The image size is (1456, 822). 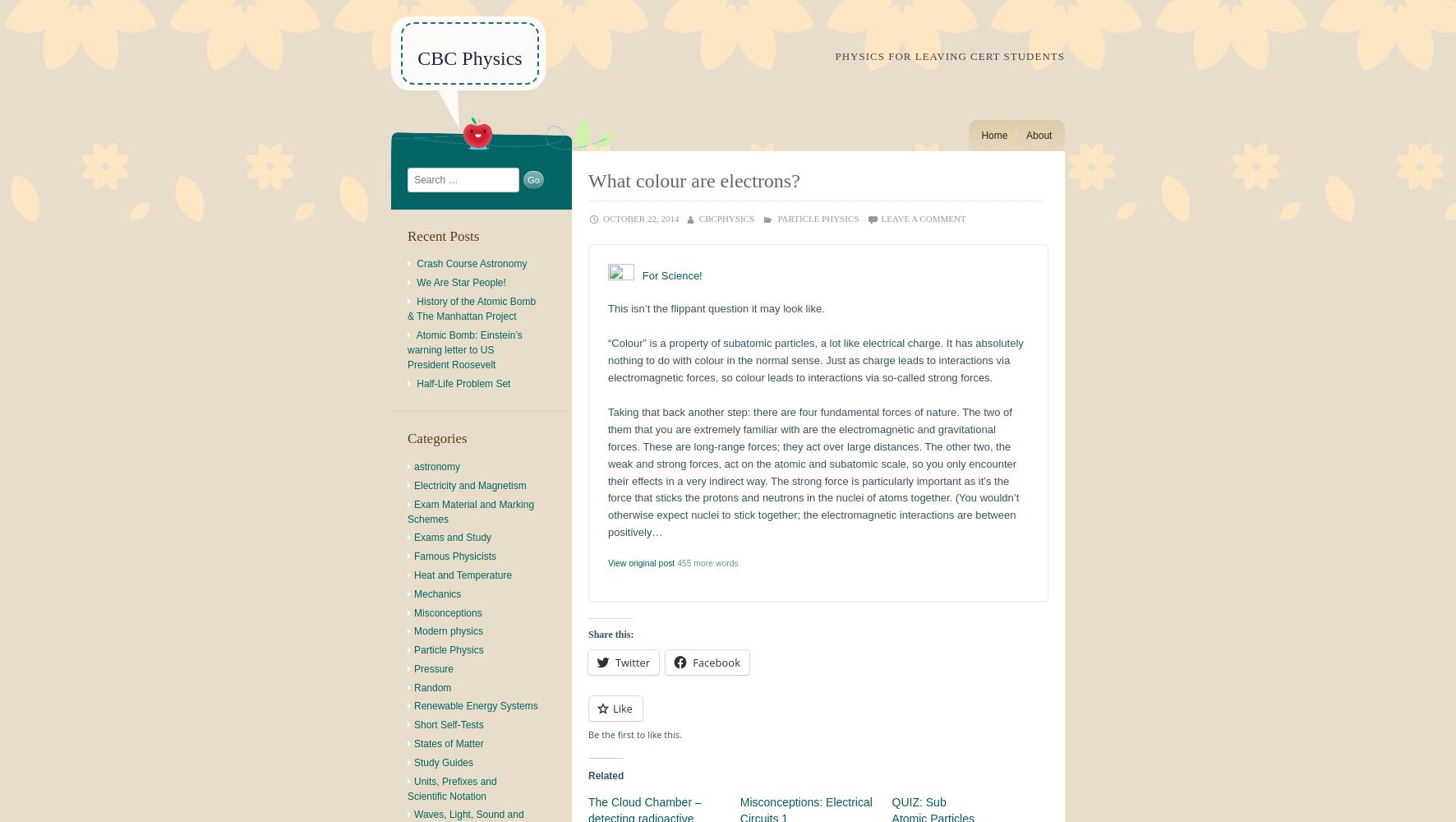 What do you see at coordinates (641, 562) in the screenshot?
I see `'View original post'` at bounding box center [641, 562].